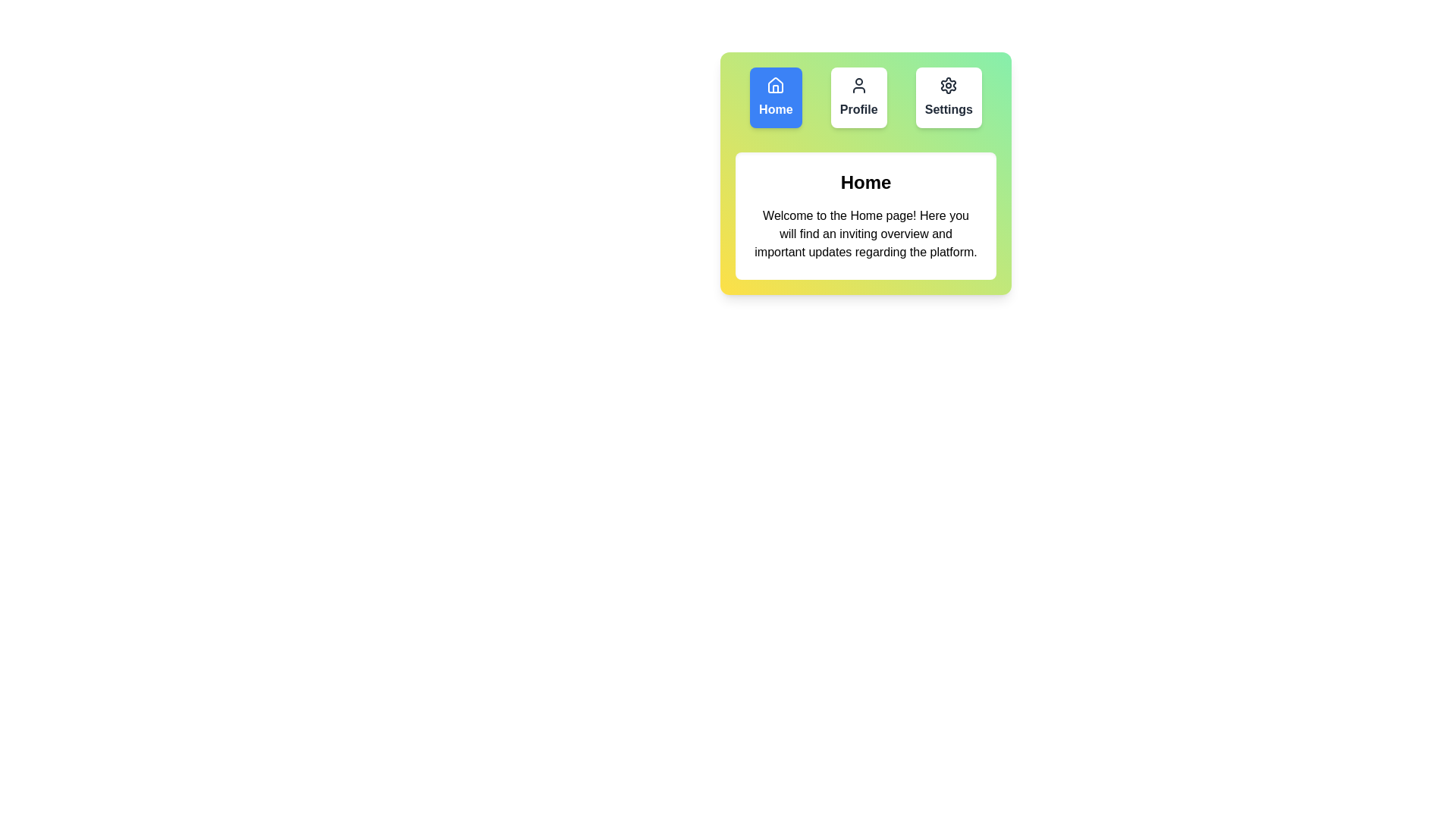 The image size is (1456, 819). I want to click on the Home button to observe its visual transition, so click(775, 97).